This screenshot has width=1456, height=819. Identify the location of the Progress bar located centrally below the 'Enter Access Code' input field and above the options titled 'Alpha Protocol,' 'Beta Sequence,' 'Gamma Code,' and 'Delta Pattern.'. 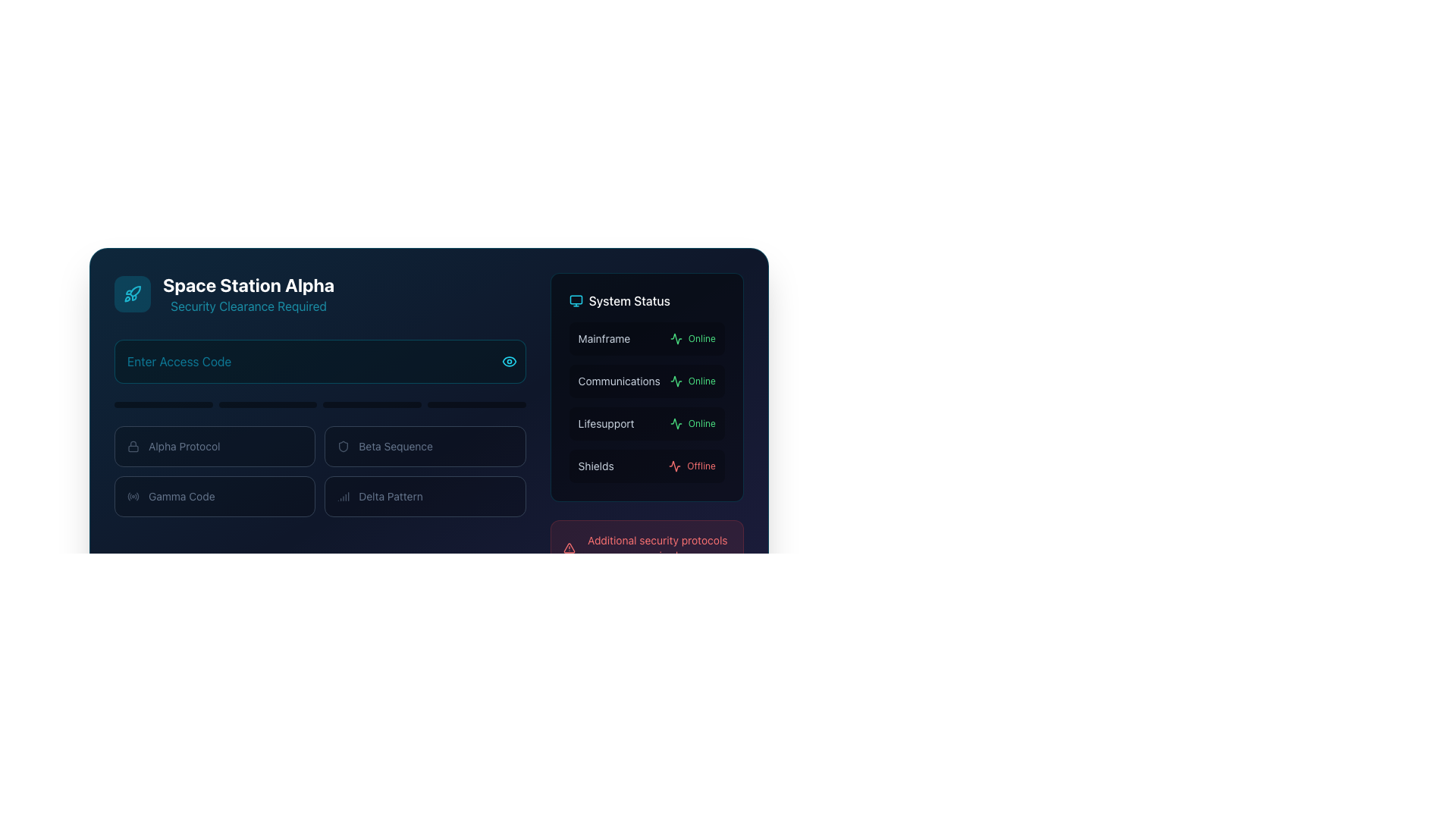
(319, 403).